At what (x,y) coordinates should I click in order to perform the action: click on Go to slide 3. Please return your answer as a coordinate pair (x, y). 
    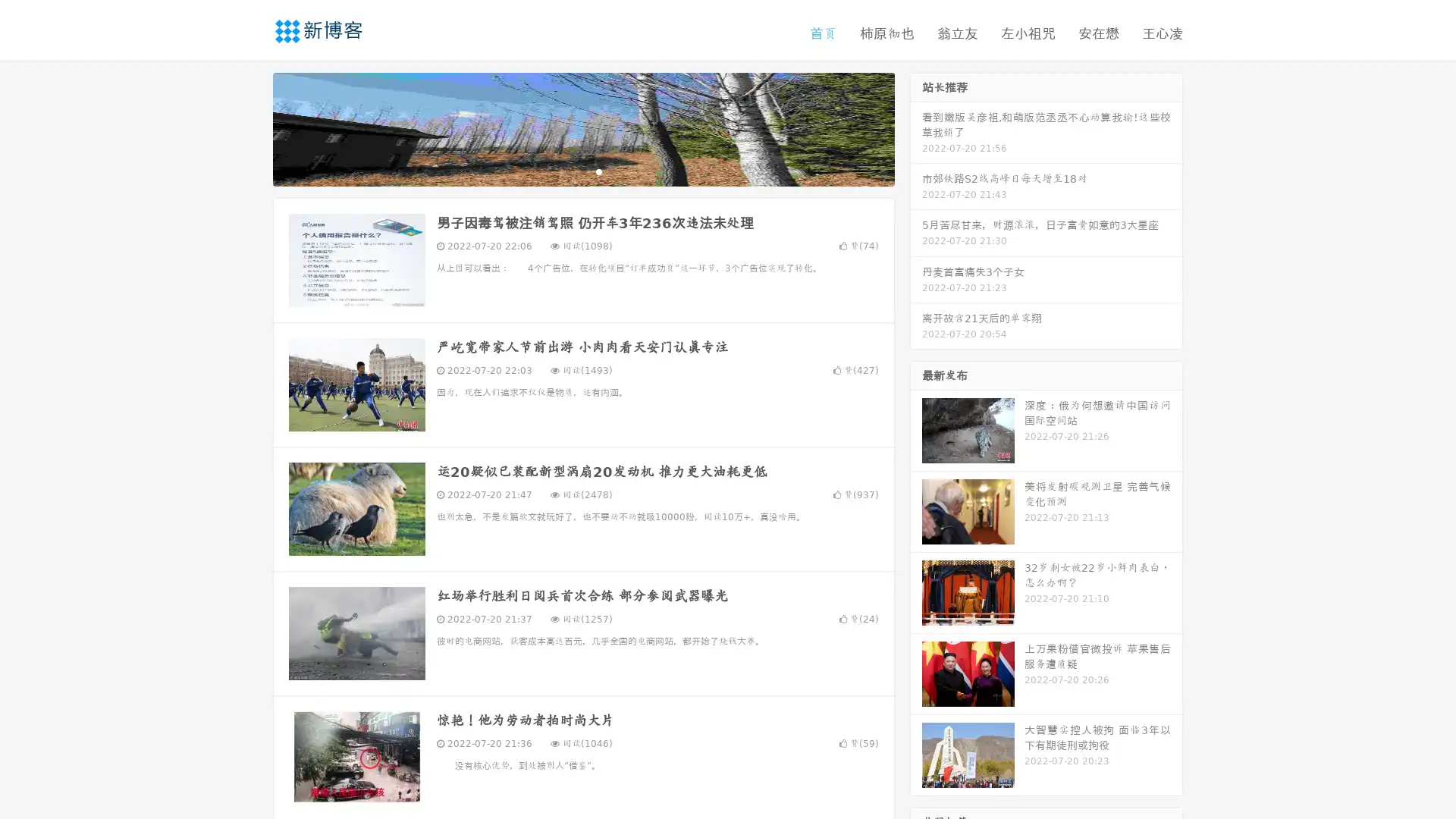
    Looking at the image, I should click on (598, 171).